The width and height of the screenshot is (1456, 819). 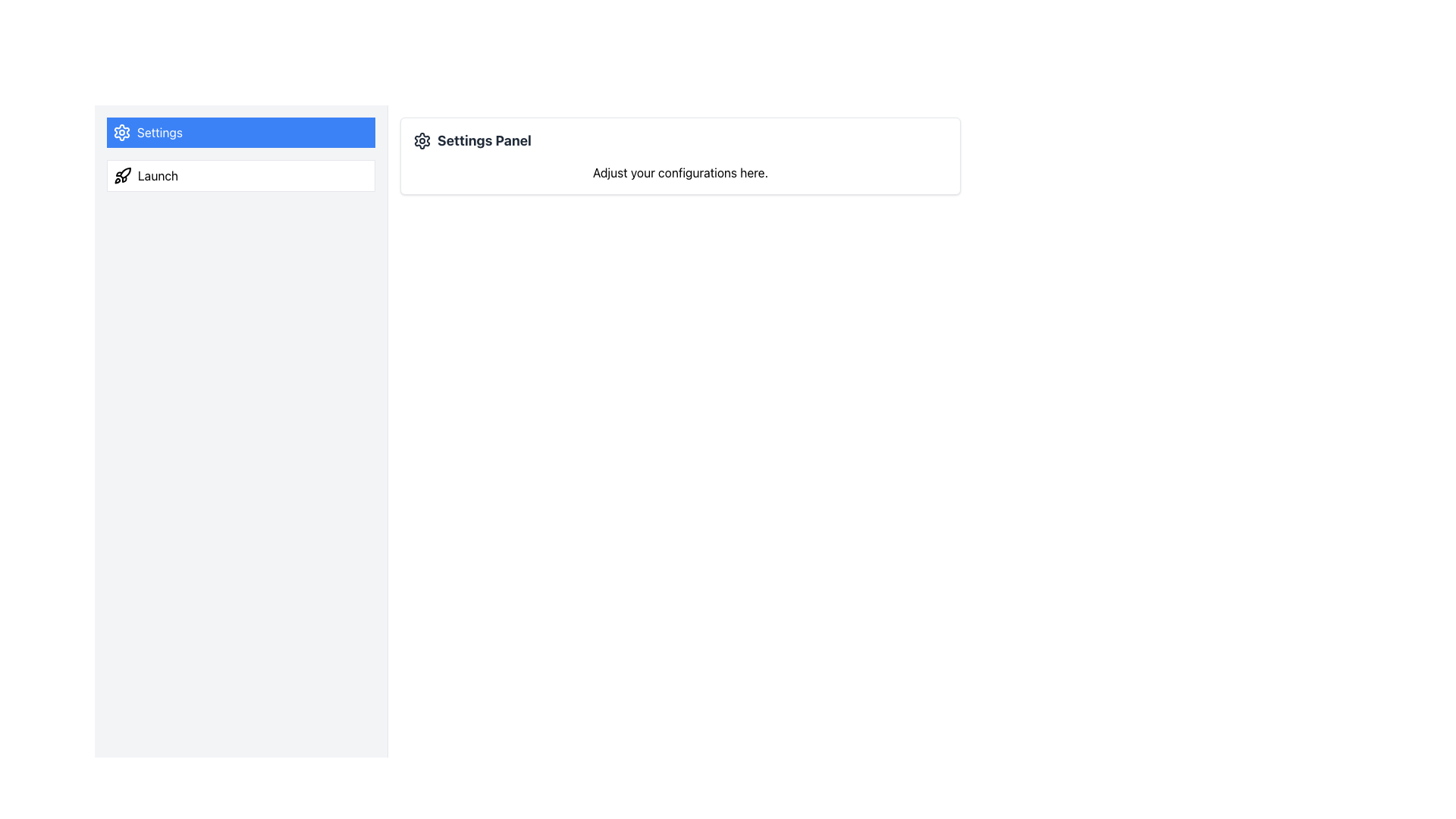 What do you see at coordinates (240, 131) in the screenshot?
I see `the navigation button located at the top of the vertical list in the left sidebar` at bounding box center [240, 131].